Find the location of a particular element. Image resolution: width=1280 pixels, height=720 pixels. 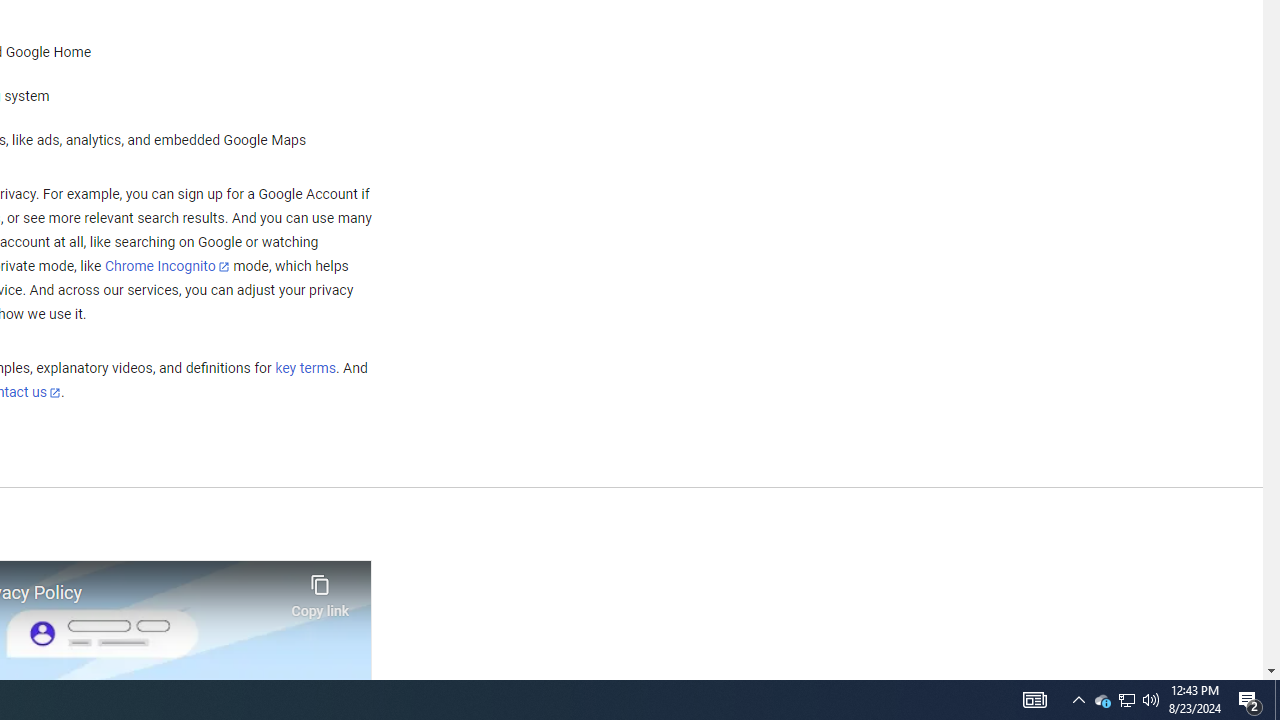

'Copy link' is located at coordinates (320, 590).